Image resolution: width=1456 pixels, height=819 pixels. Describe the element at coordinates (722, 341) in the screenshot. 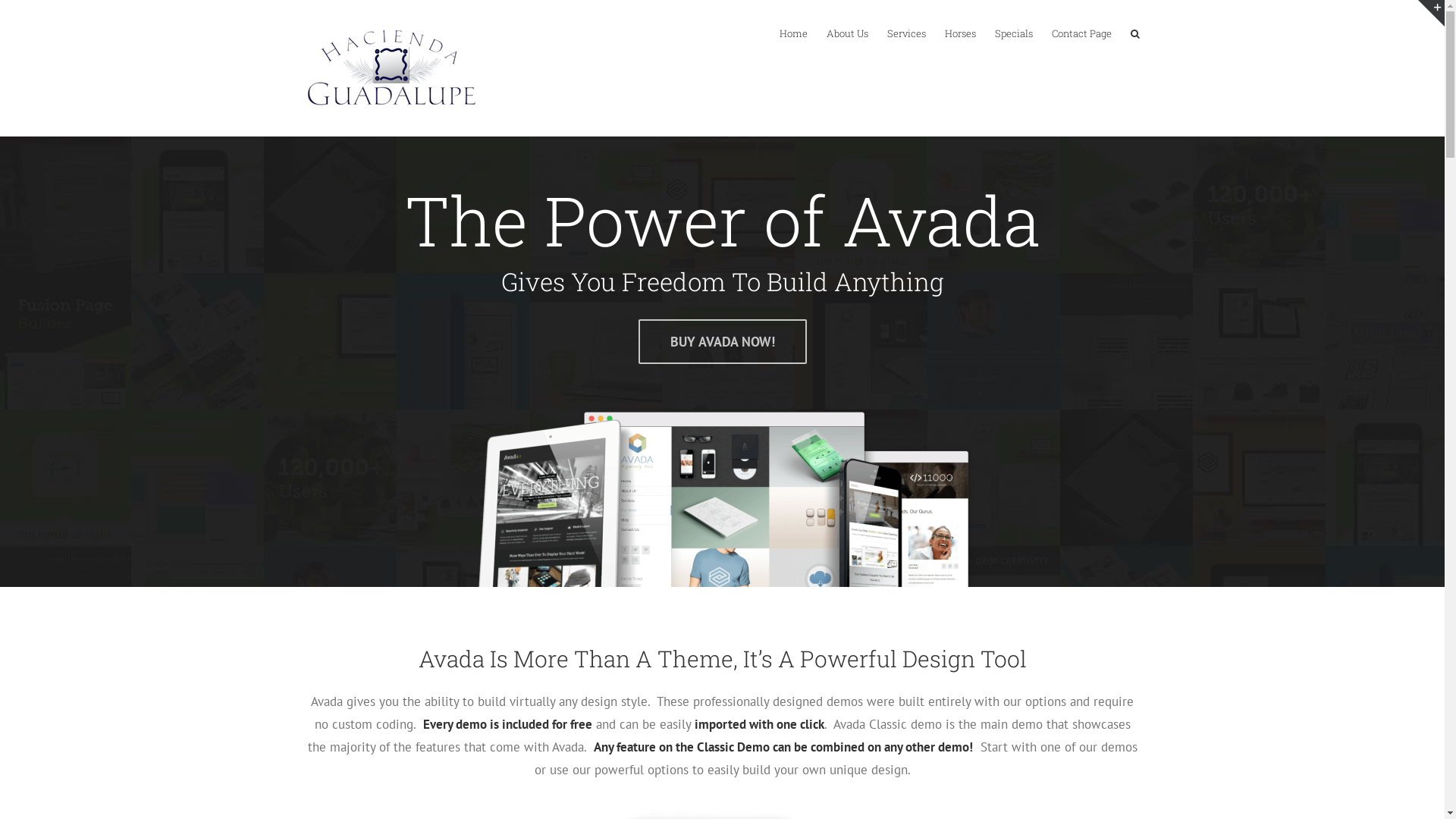

I see `'BUY AVADA NOW!'` at that location.